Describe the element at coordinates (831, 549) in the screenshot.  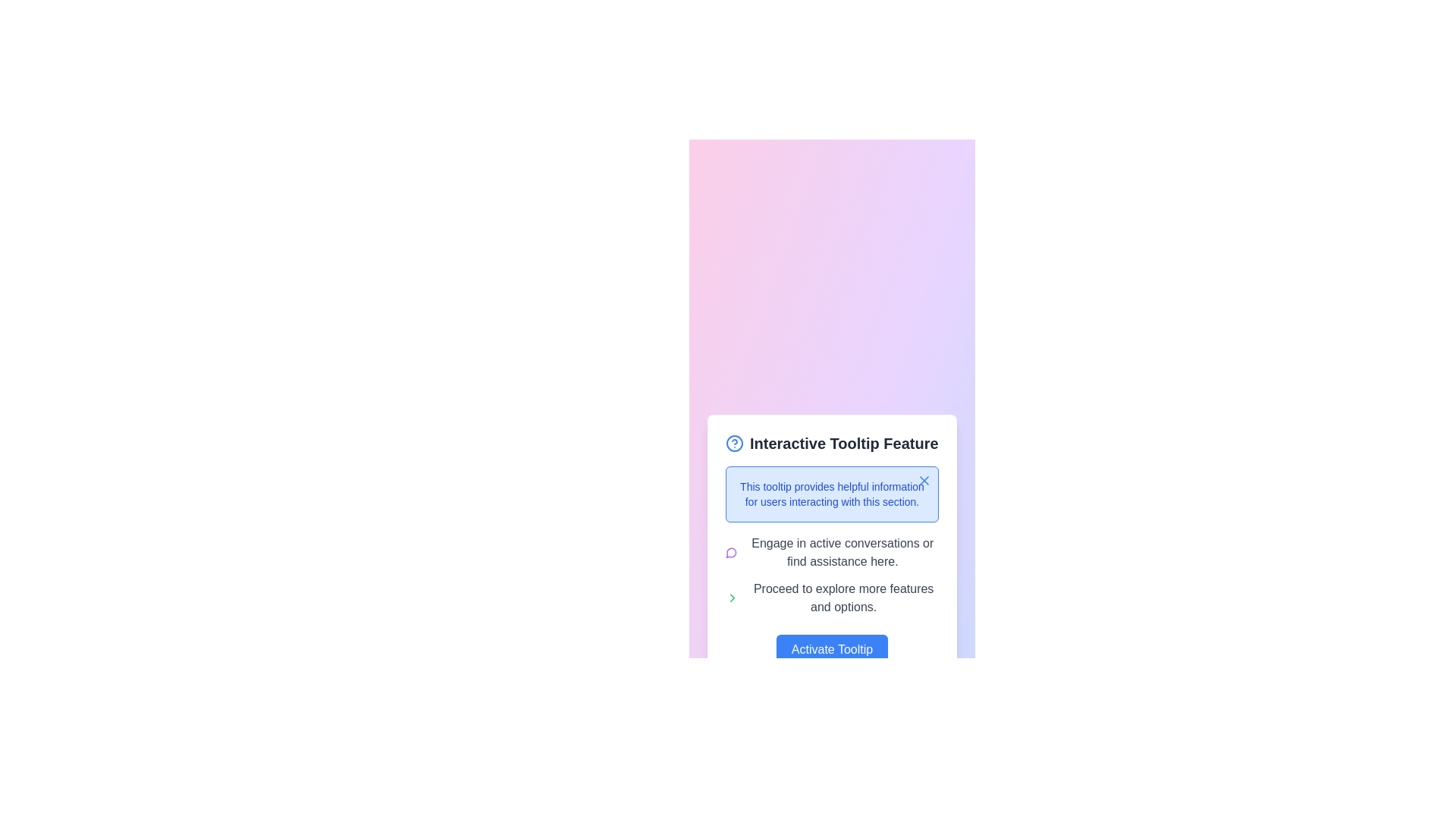
I see `the explanatory text block located beneath the blue-outlined tooltip box in the second section of the feature panel` at that location.